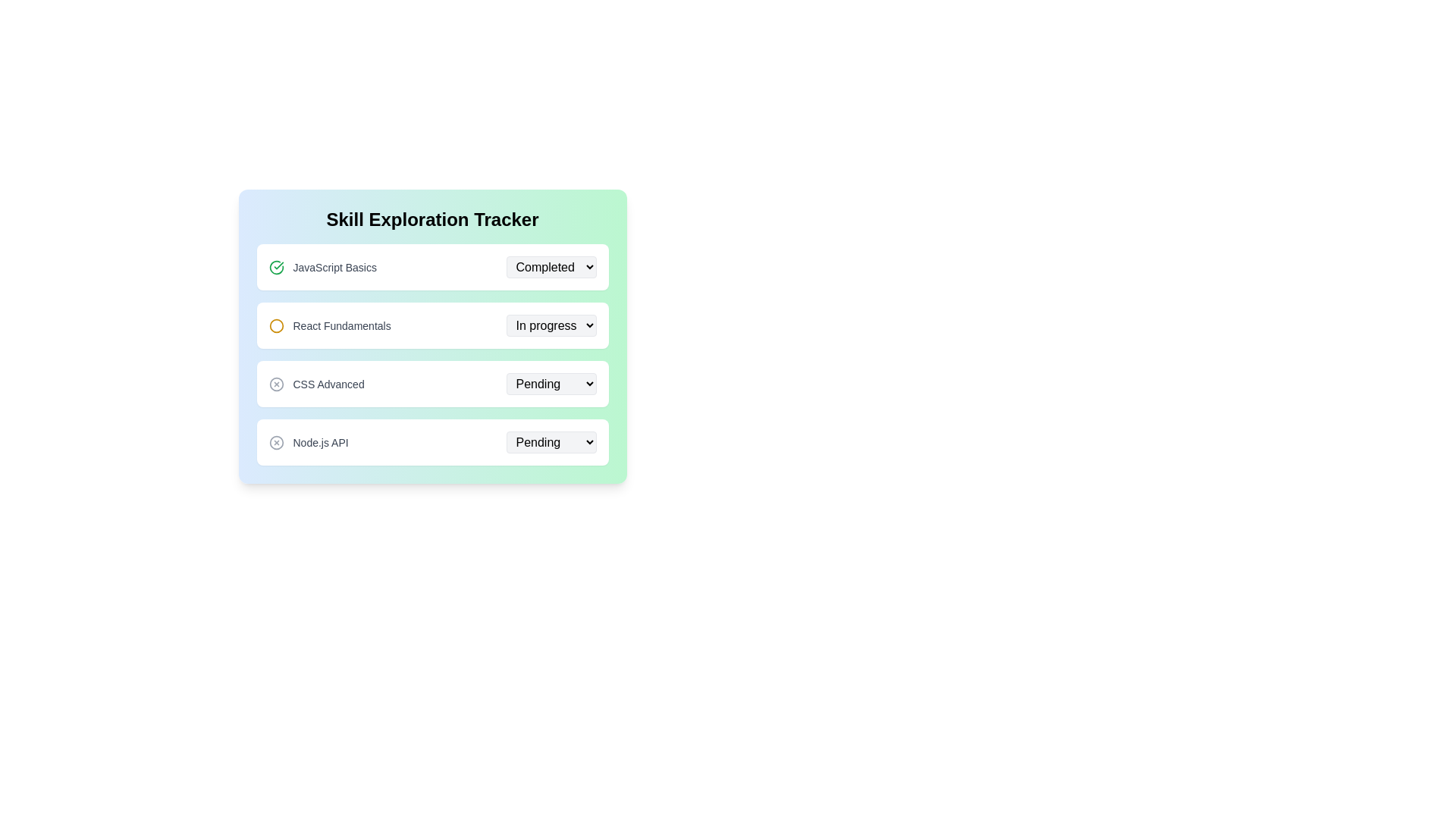  Describe the element at coordinates (276, 266) in the screenshot. I see `the decorative SVG vector graphic component associated with 'JavaScript Basics' skill, located in the center of the first row of skills` at that location.